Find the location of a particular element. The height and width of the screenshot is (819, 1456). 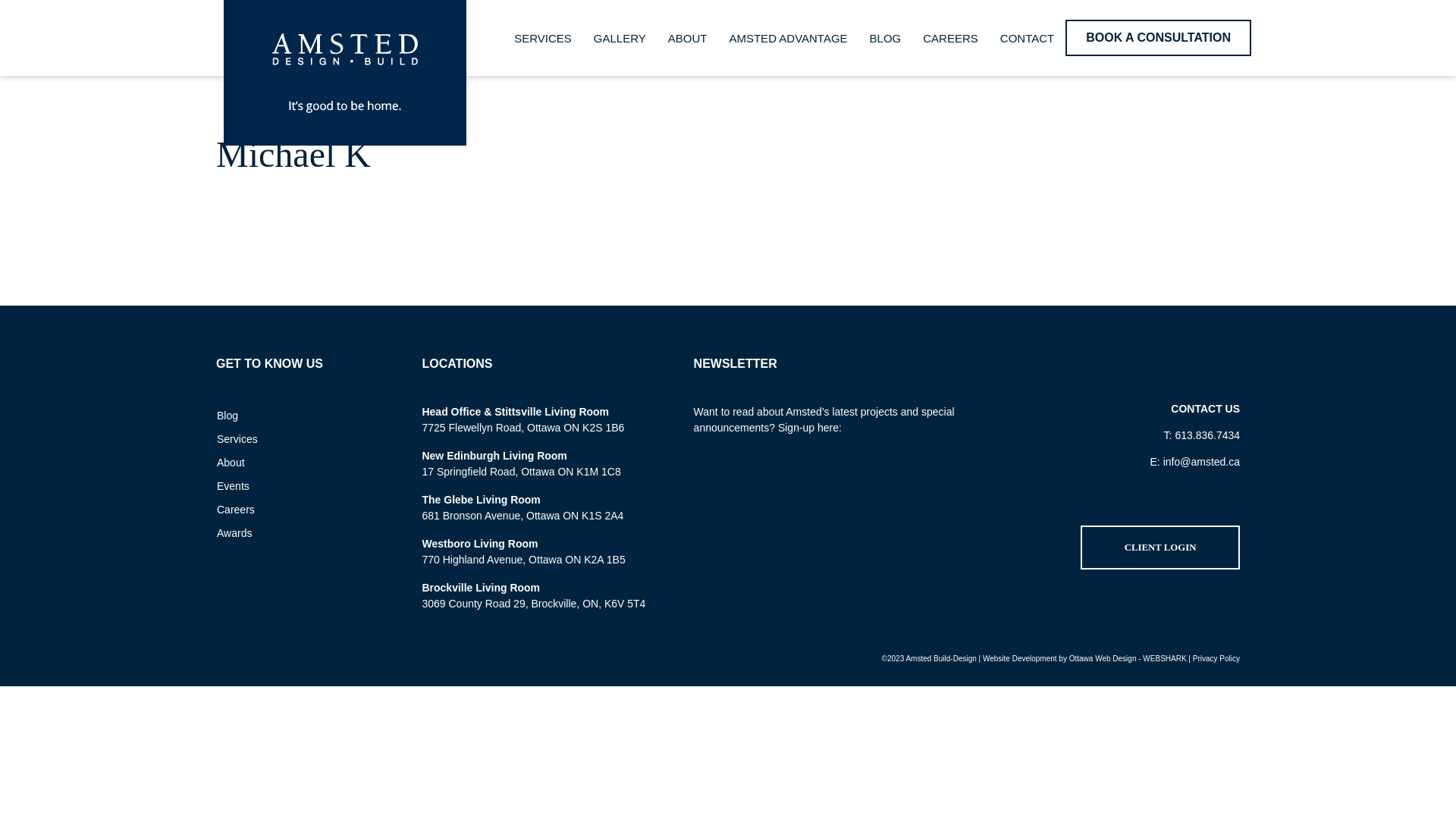

'Blog' is located at coordinates (294, 415).